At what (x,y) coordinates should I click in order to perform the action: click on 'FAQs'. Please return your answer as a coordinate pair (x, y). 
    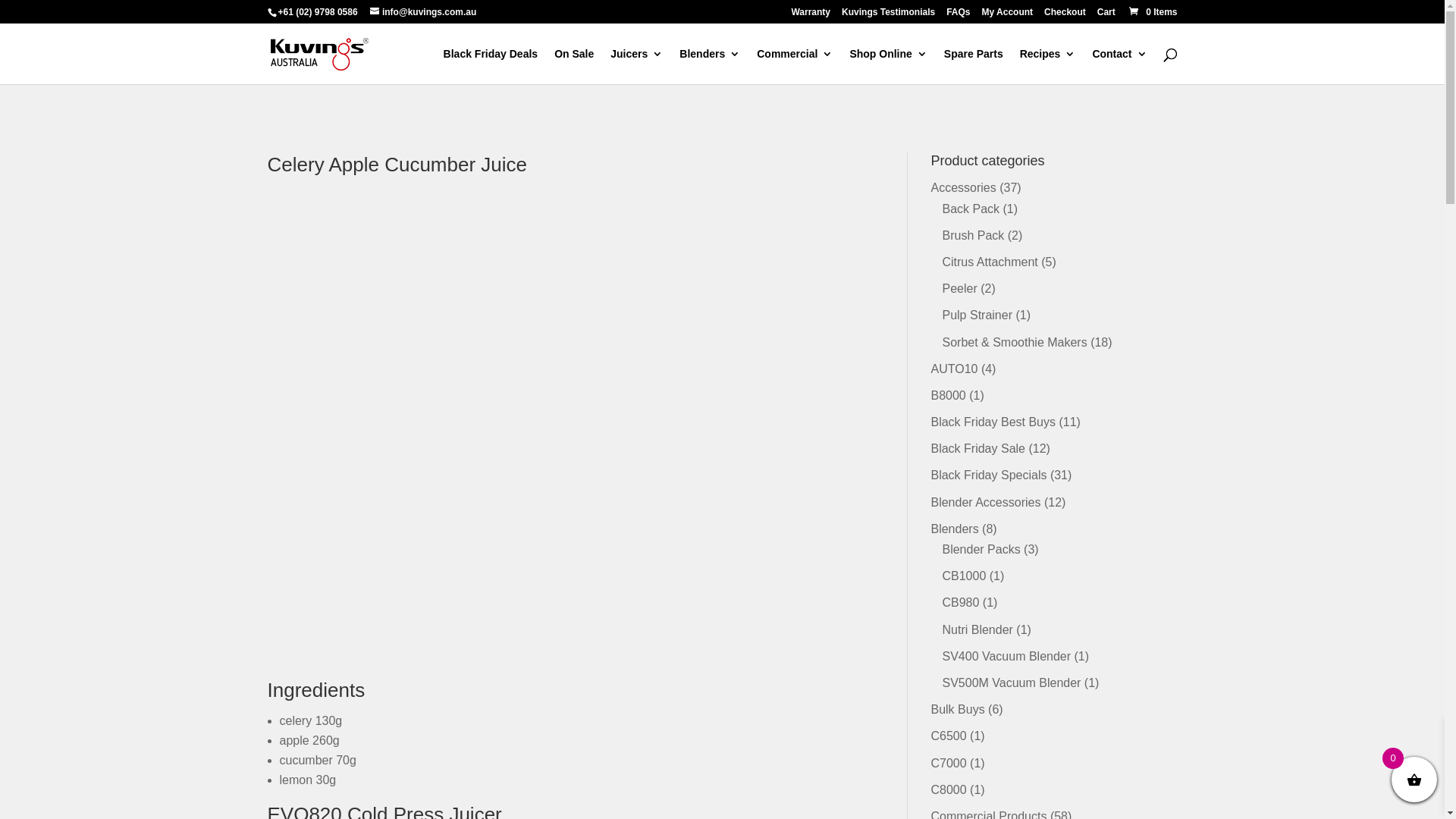
    Looking at the image, I should click on (957, 15).